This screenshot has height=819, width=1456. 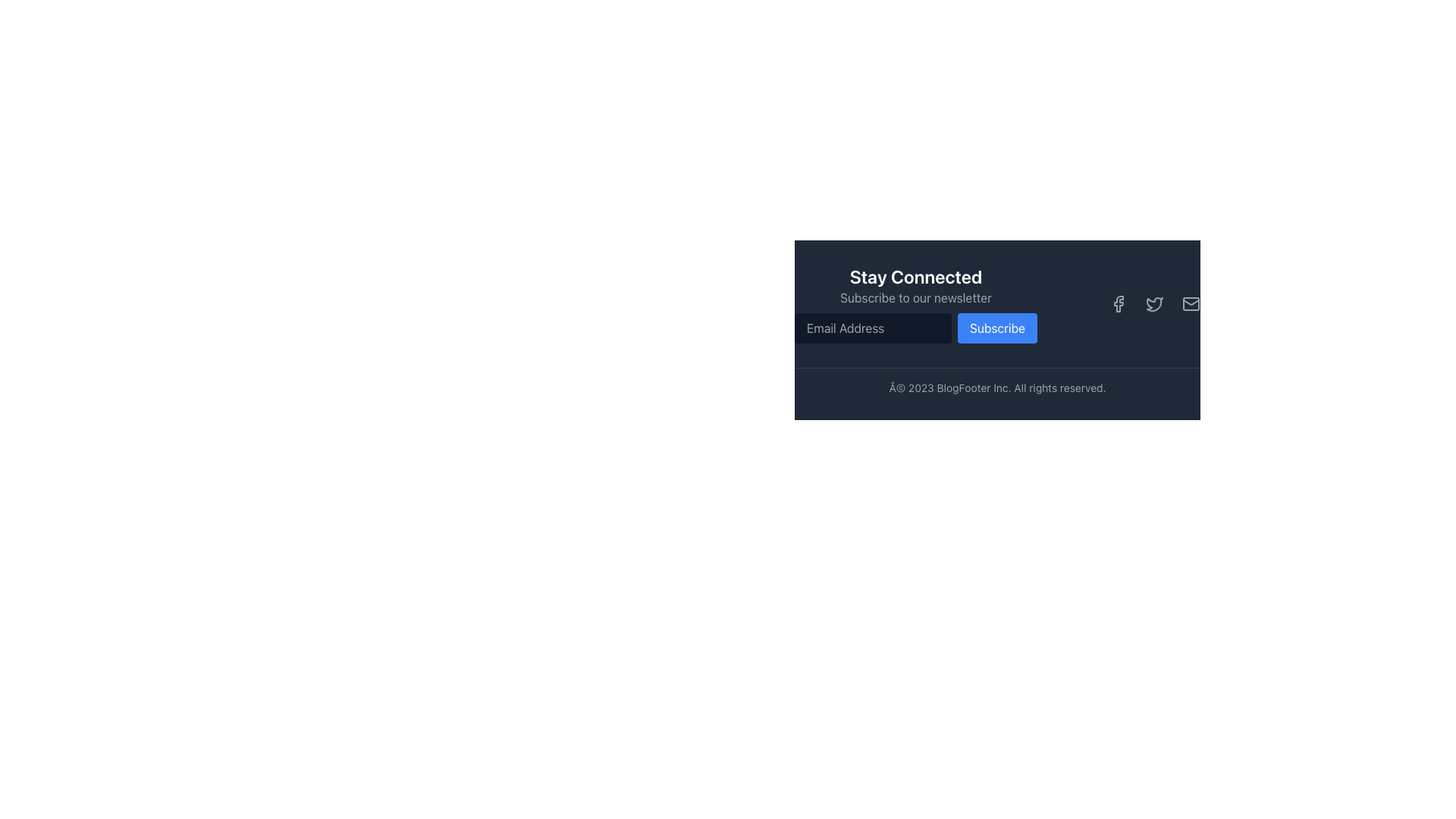 What do you see at coordinates (1118, 304) in the screenshot?
I see `the Facebook hyperlink with an SVG icon located in the footer` at bounding box center [1118, 304].